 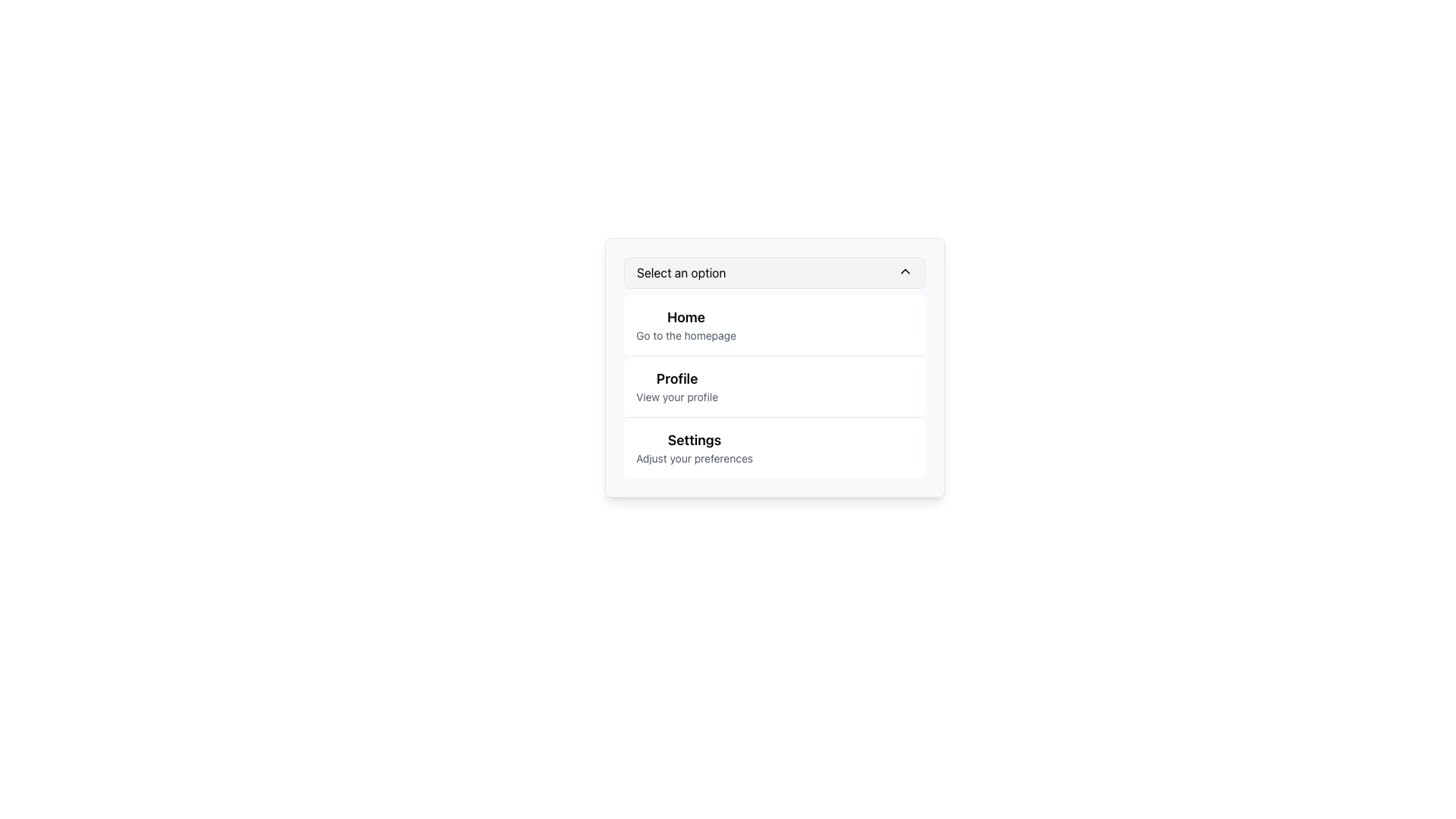 What do you see at coordinates (694, 441) in the screenshot?
I see `the bold text 'Settings' in the dropdown menu` at bounding box center [694, 441].